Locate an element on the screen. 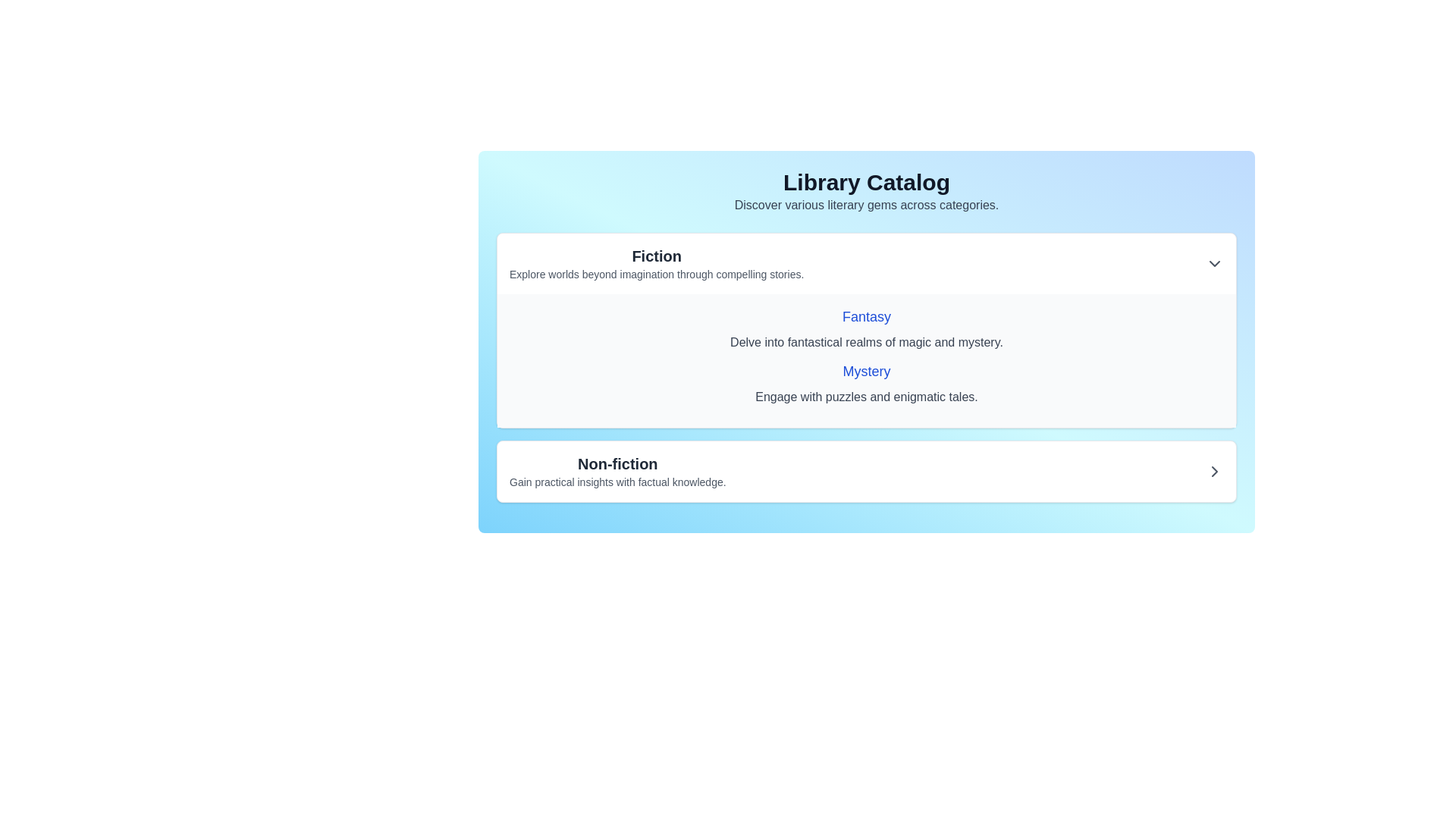 The image size is (1456, 819). the 'Mystery' category Text Label in the Fiction section of the Library Catalog interface, which is located below the 'Fantasy' label is located at coordinates (866, 371).